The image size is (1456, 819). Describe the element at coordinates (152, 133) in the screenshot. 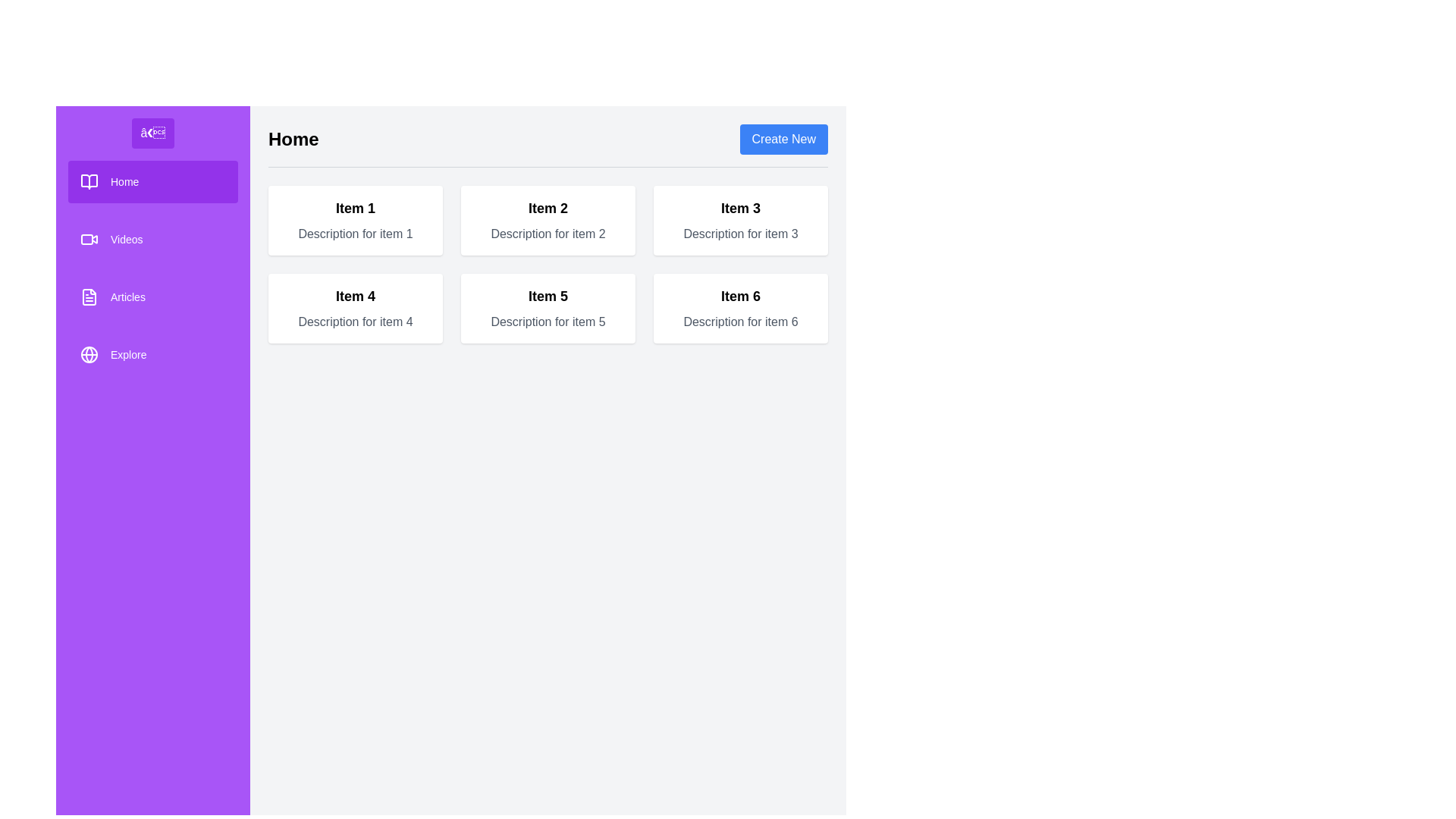

I see `the button with a purple background and a left-pointing arrow character, located at the top-left corner of the interface, to trigger hover effects` at that location.